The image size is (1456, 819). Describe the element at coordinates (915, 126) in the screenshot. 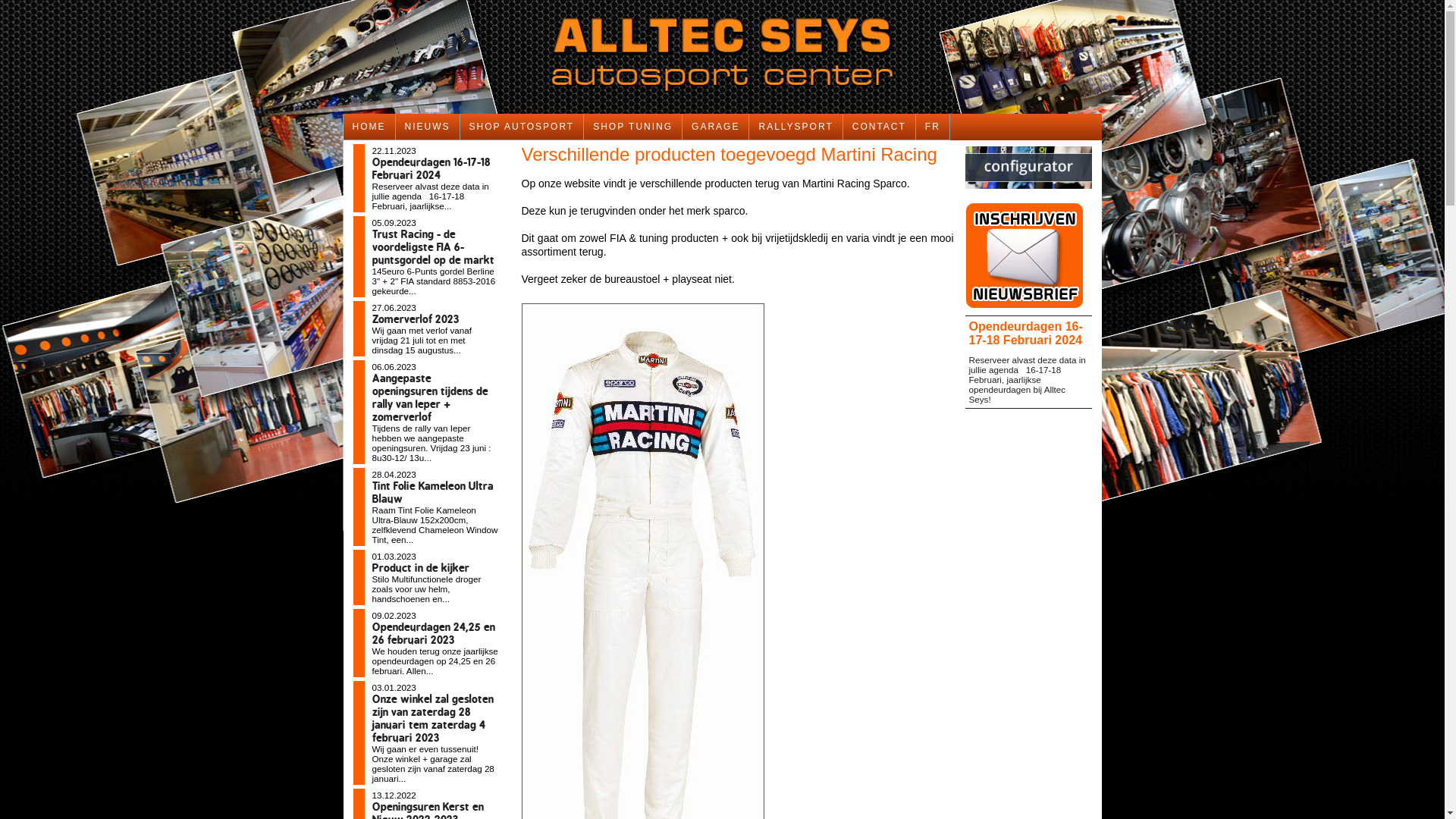

I see `'FR'` at that location.